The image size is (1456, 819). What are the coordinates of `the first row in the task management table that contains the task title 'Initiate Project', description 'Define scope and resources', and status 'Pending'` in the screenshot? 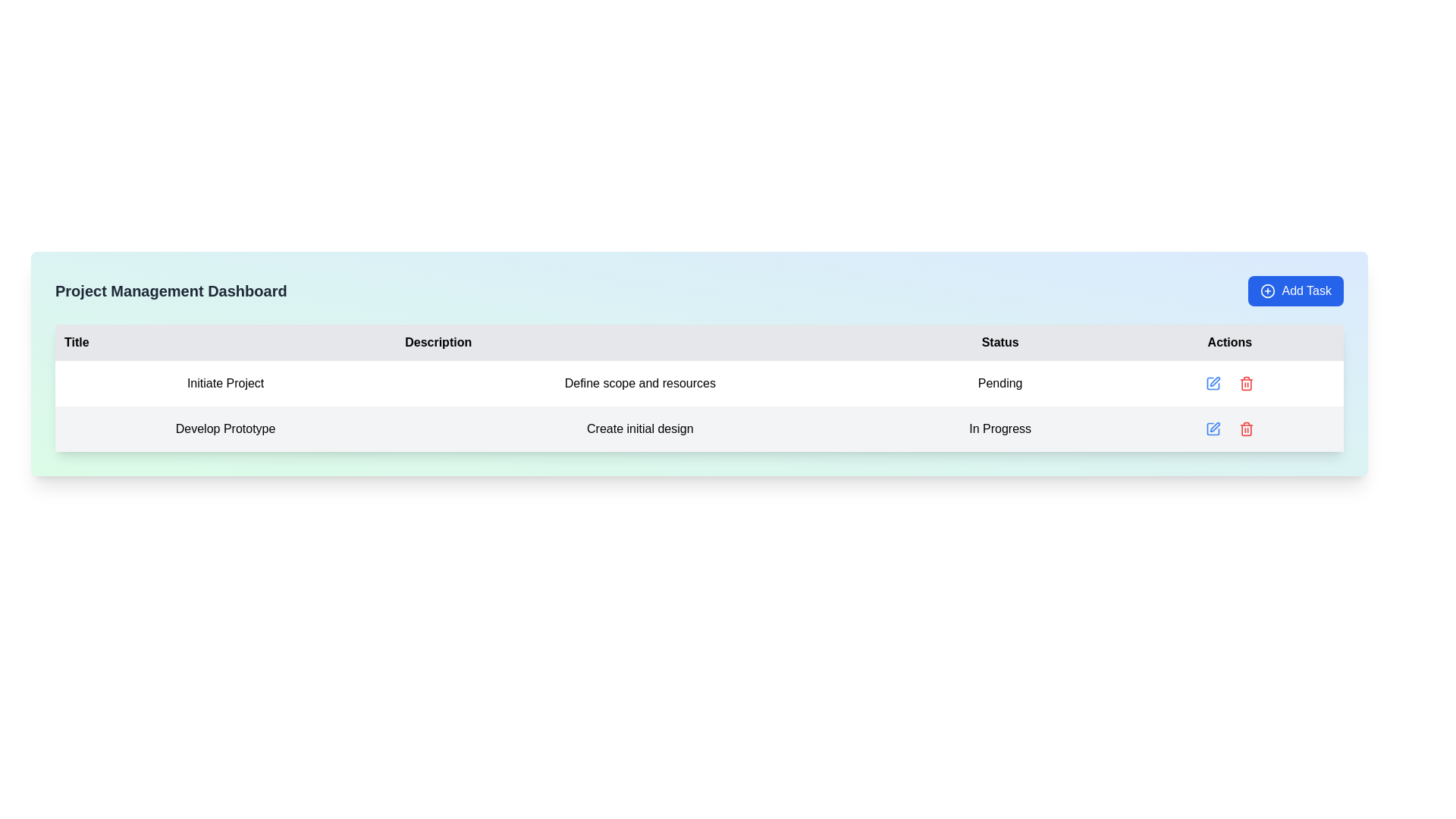 It's located at (698, 382).